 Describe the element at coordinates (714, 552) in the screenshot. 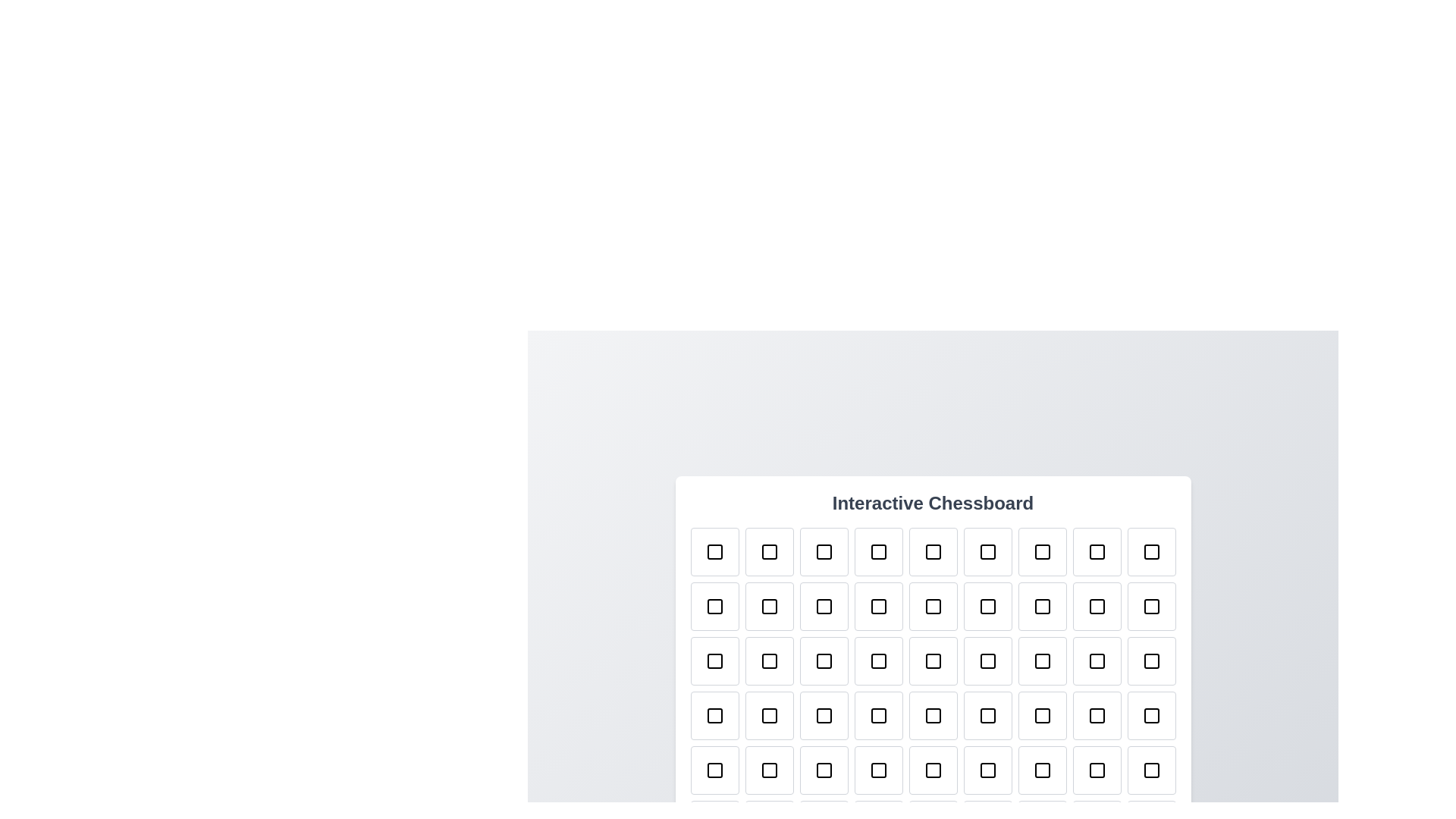

I see `the selected cell to deselect it` at that location.